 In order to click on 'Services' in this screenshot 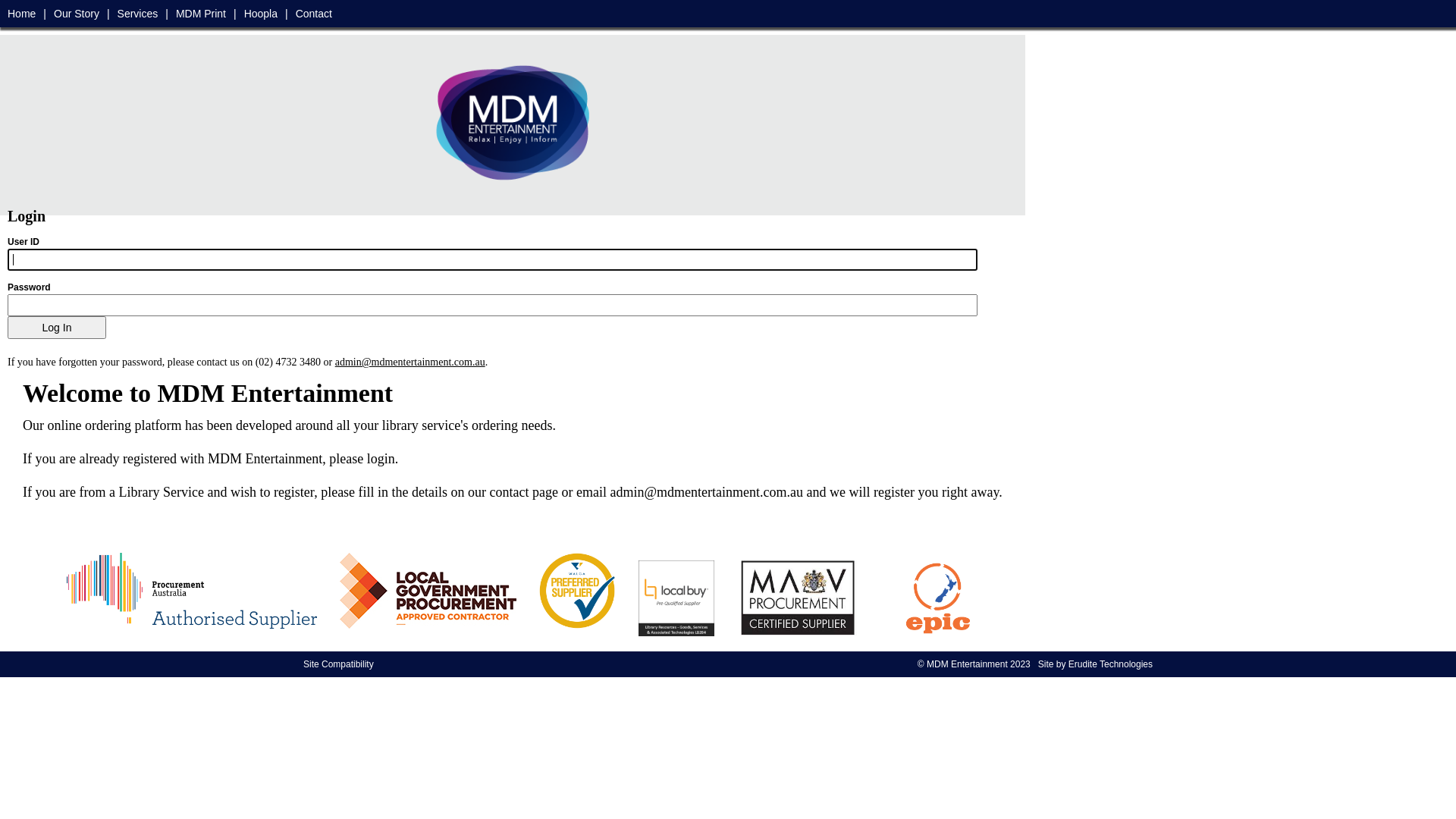, I will do `click(116, 14)`.